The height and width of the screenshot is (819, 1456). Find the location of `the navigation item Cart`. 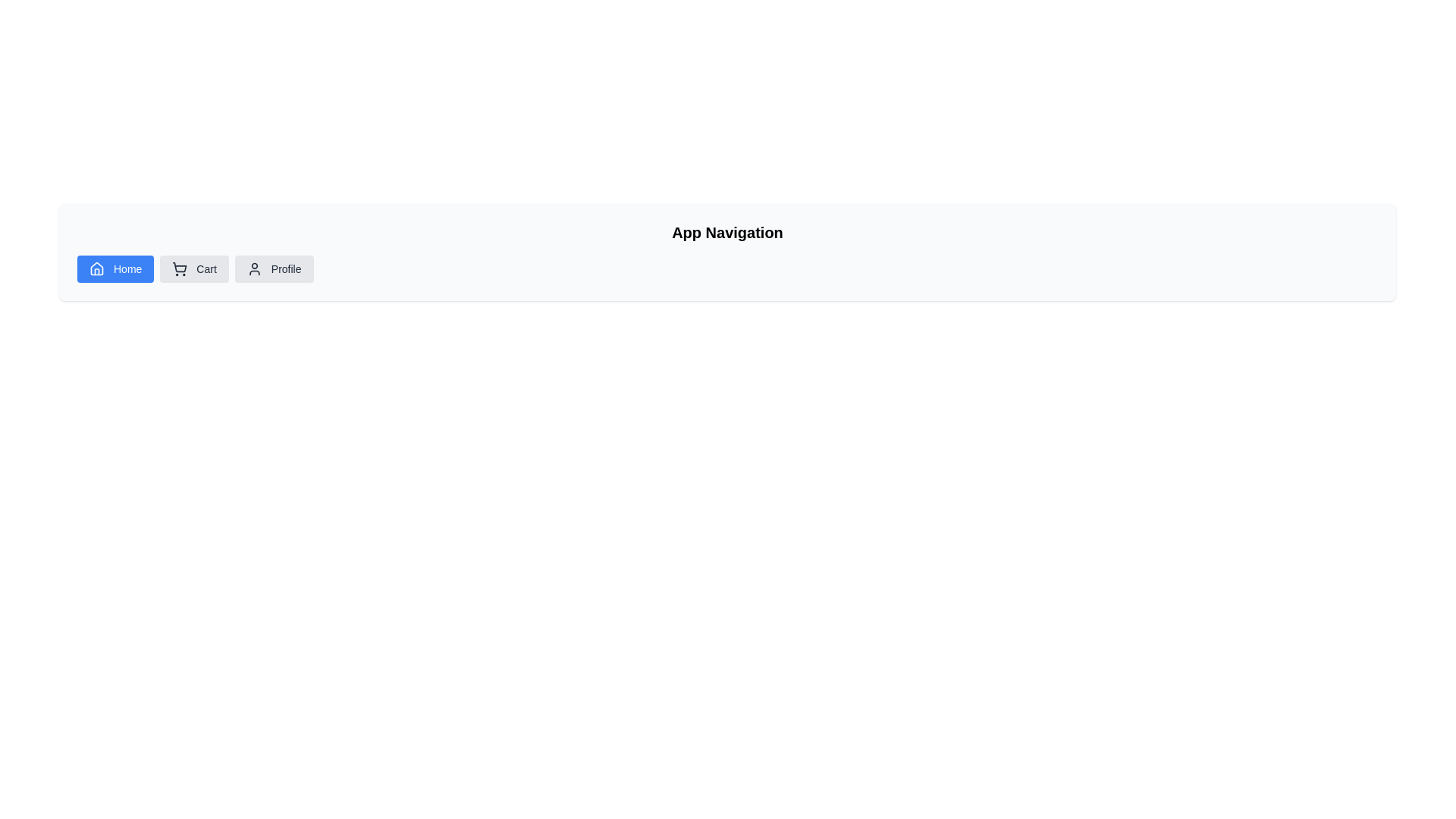

the navigation item Cart is located at coordinates (193, 268).